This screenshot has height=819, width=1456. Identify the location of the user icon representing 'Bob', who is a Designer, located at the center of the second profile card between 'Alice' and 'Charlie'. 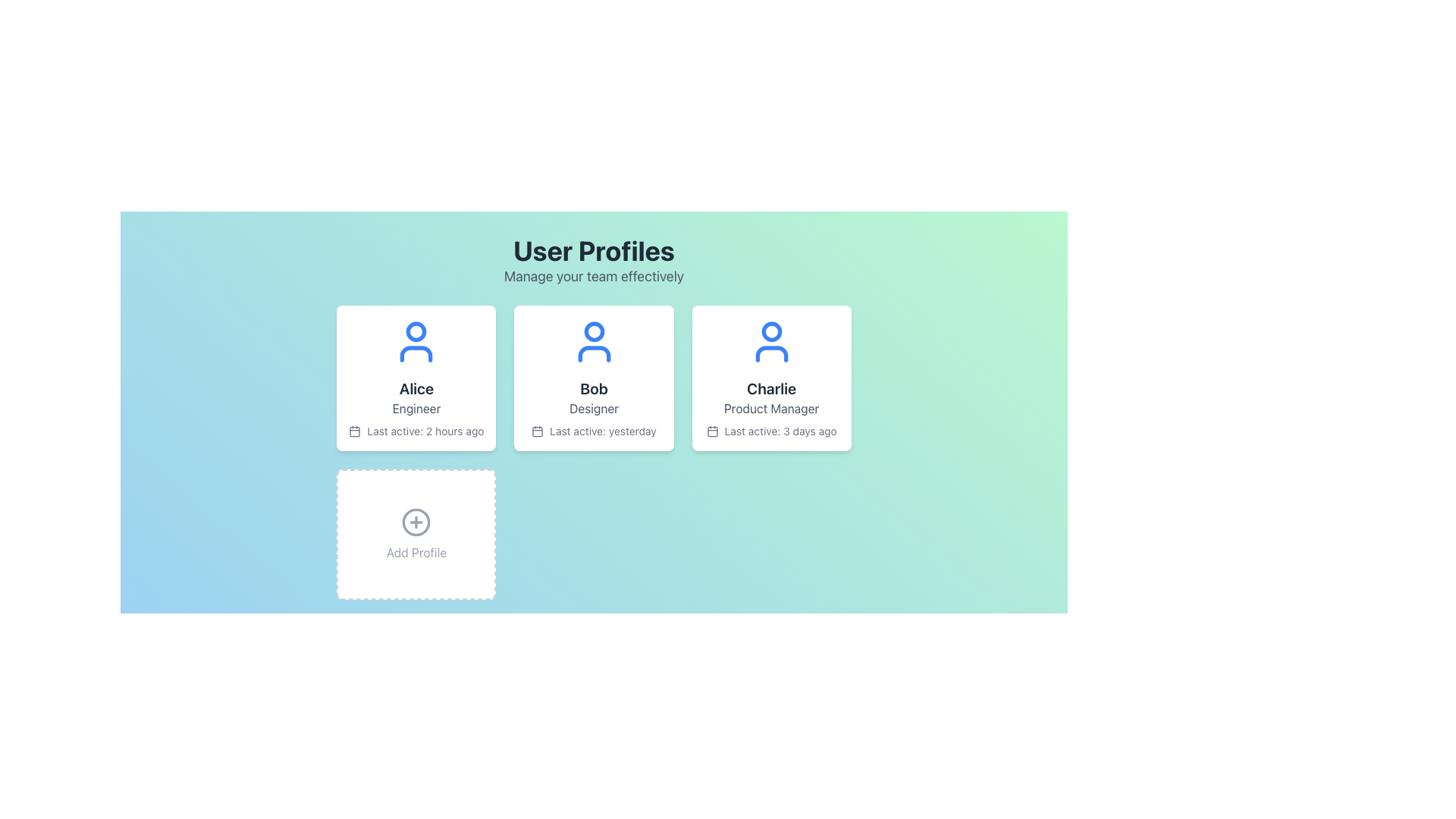
(593, 342).